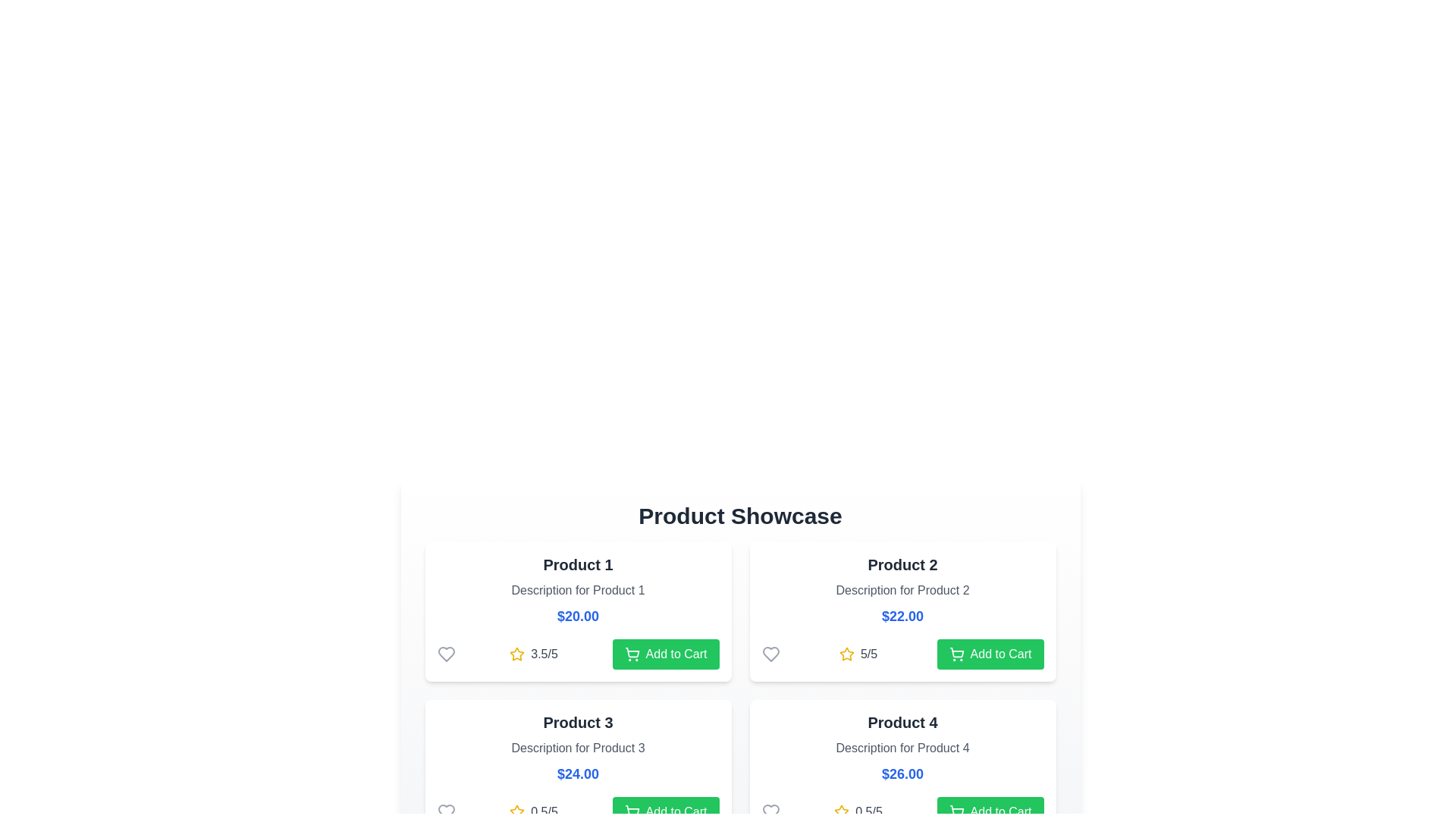 Image resolution: width=1456 pixels, height=819 pixels. I want to click on the first button located at the bottom-right corner of the card displaying details for 'Product 1', so click(666, 654).